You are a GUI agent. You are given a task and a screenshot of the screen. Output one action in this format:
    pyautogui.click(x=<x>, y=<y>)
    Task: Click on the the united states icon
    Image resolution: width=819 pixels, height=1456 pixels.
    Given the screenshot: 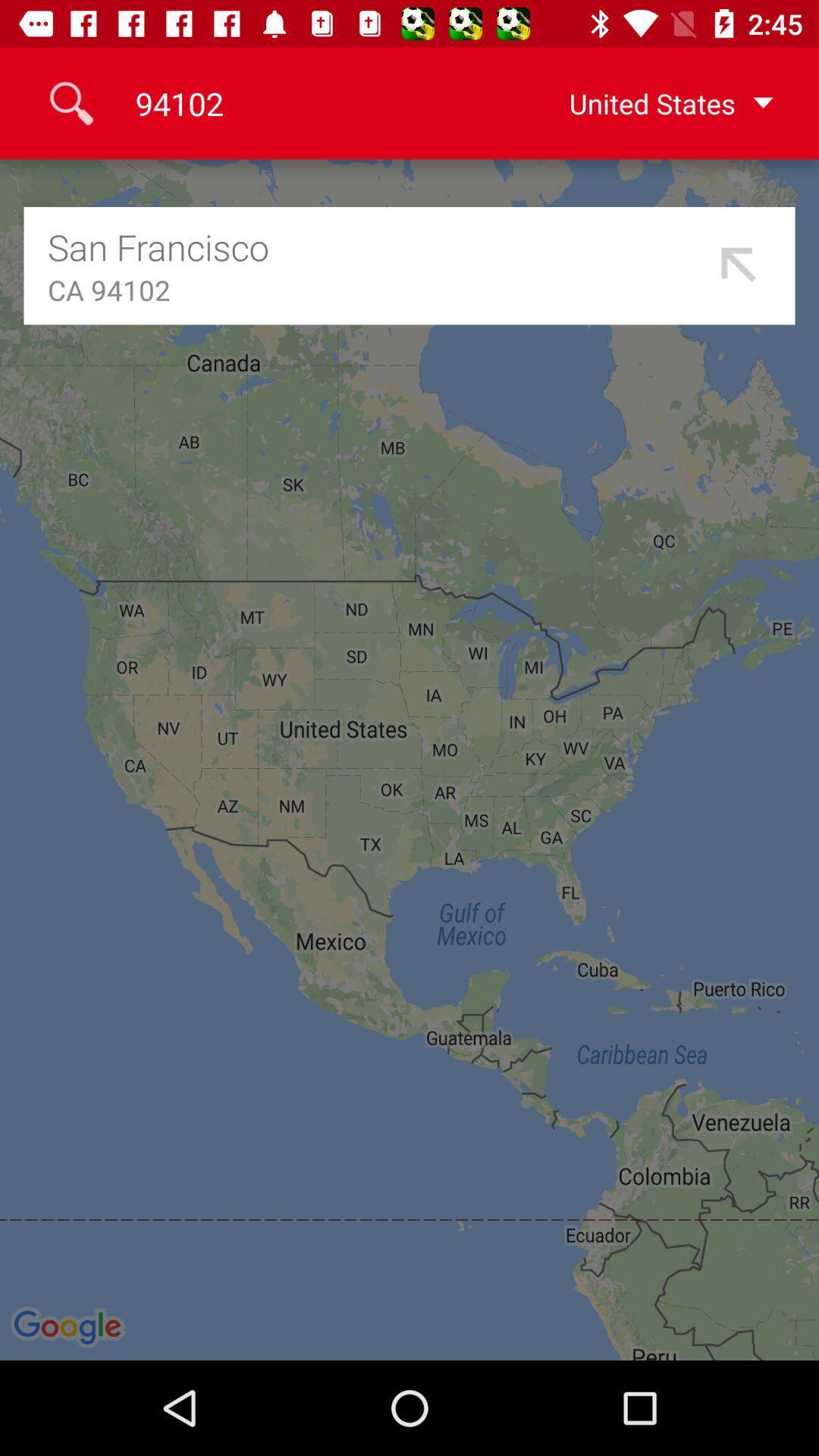 What is the action you would take?
    pyautogui.click(x=647, y=102)
    